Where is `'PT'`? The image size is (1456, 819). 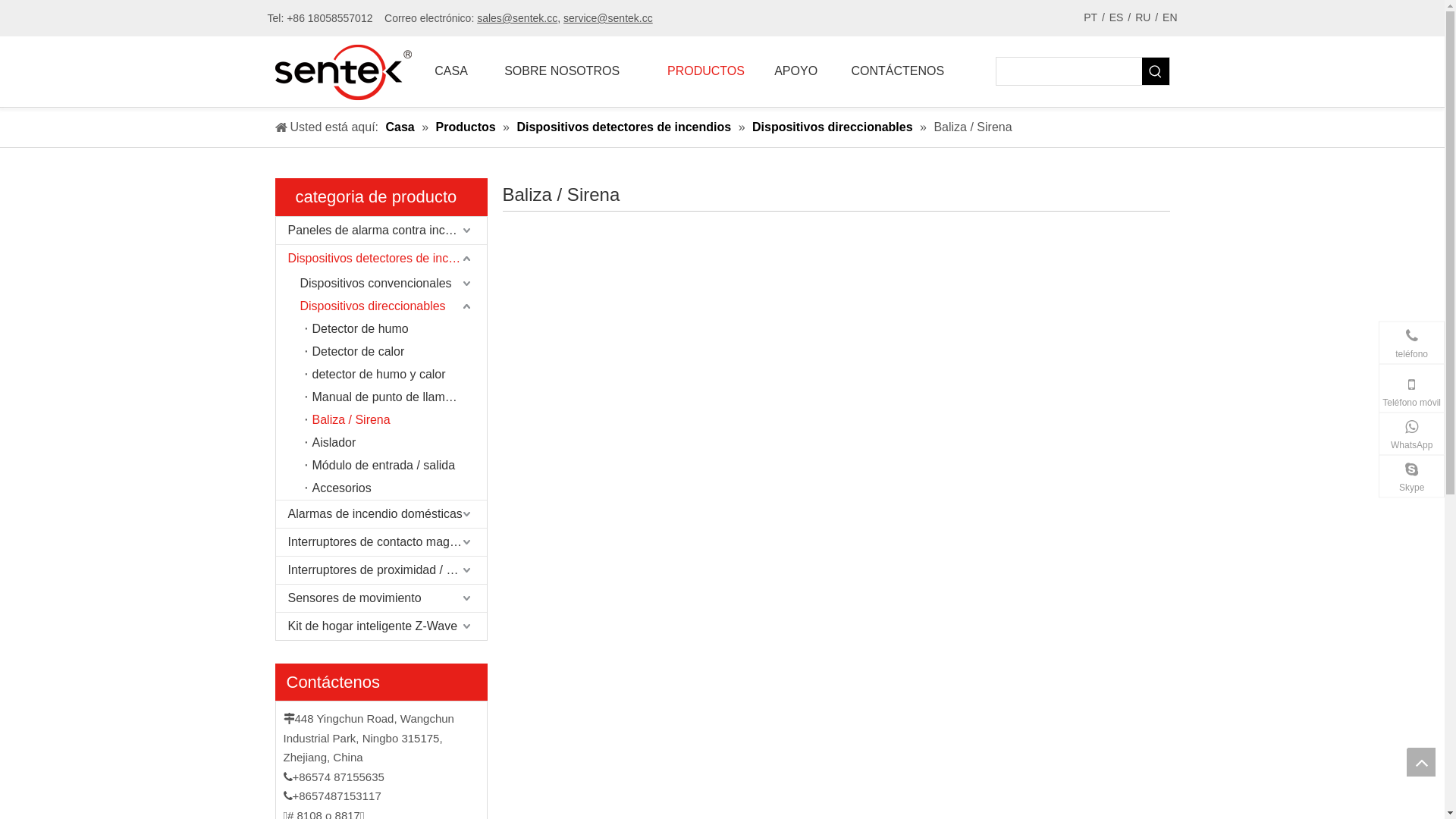 'PT' is located at coordinates (1090, 17).